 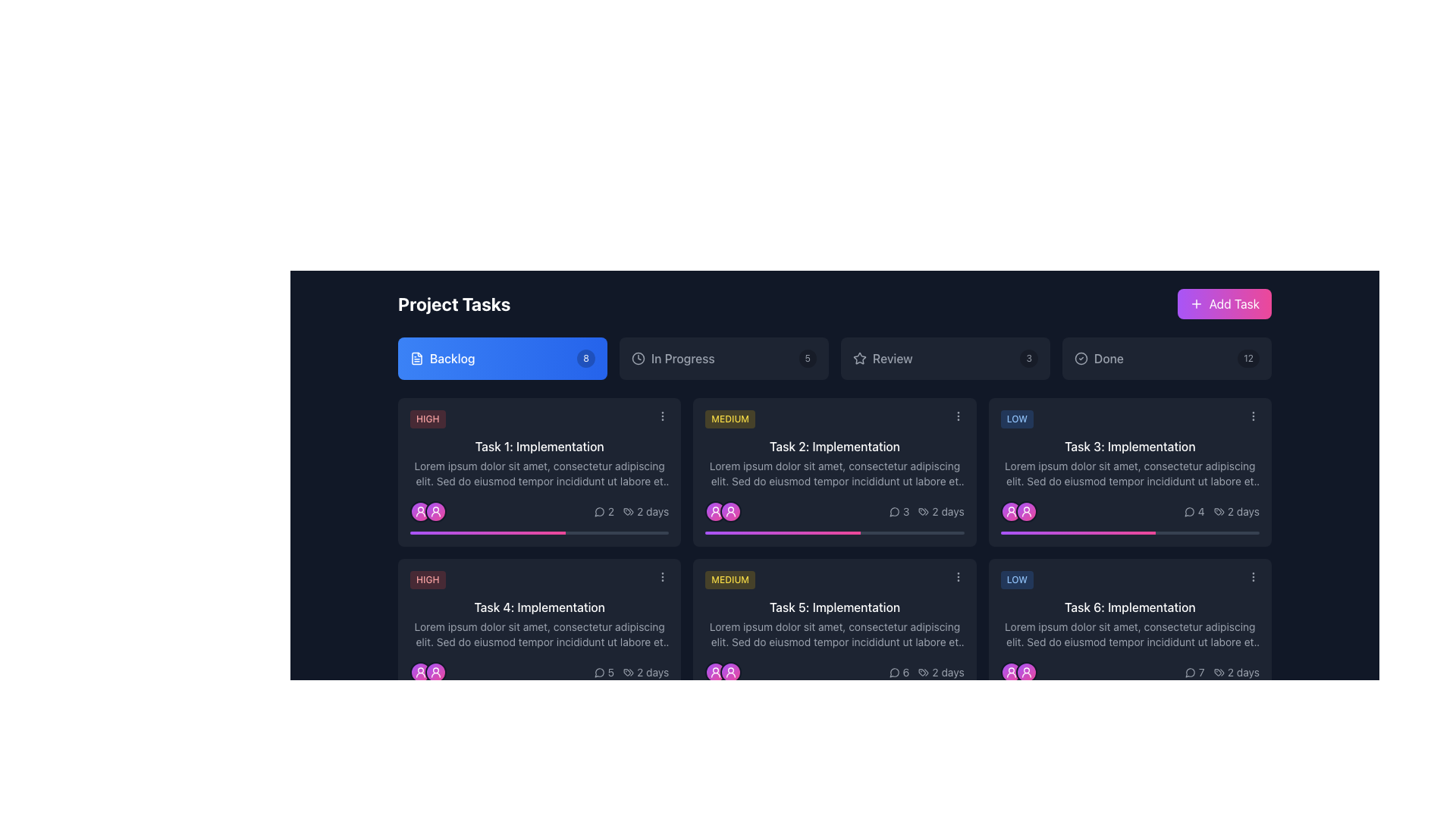 I want to click on the informational text displaying the duration of the task in days, located in the bottom-right corner of the task card, so click(x=646, y=512).